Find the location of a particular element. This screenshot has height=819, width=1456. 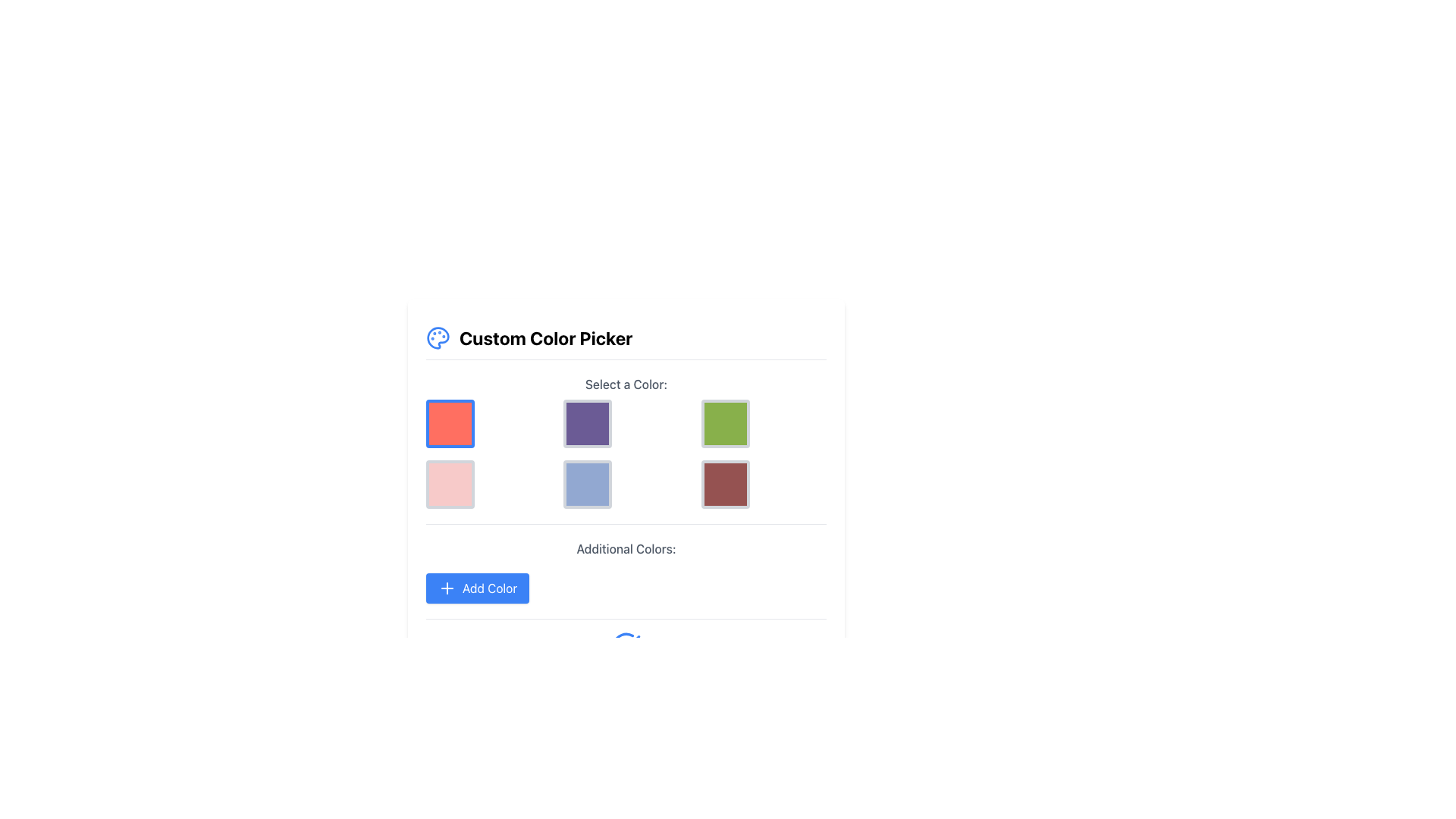

the text label that reads 'Additional Colors:' which is styled in a medium-weight gray font and positioned directly above the blue 'Add Color' button is located at coordinates (626, 549).